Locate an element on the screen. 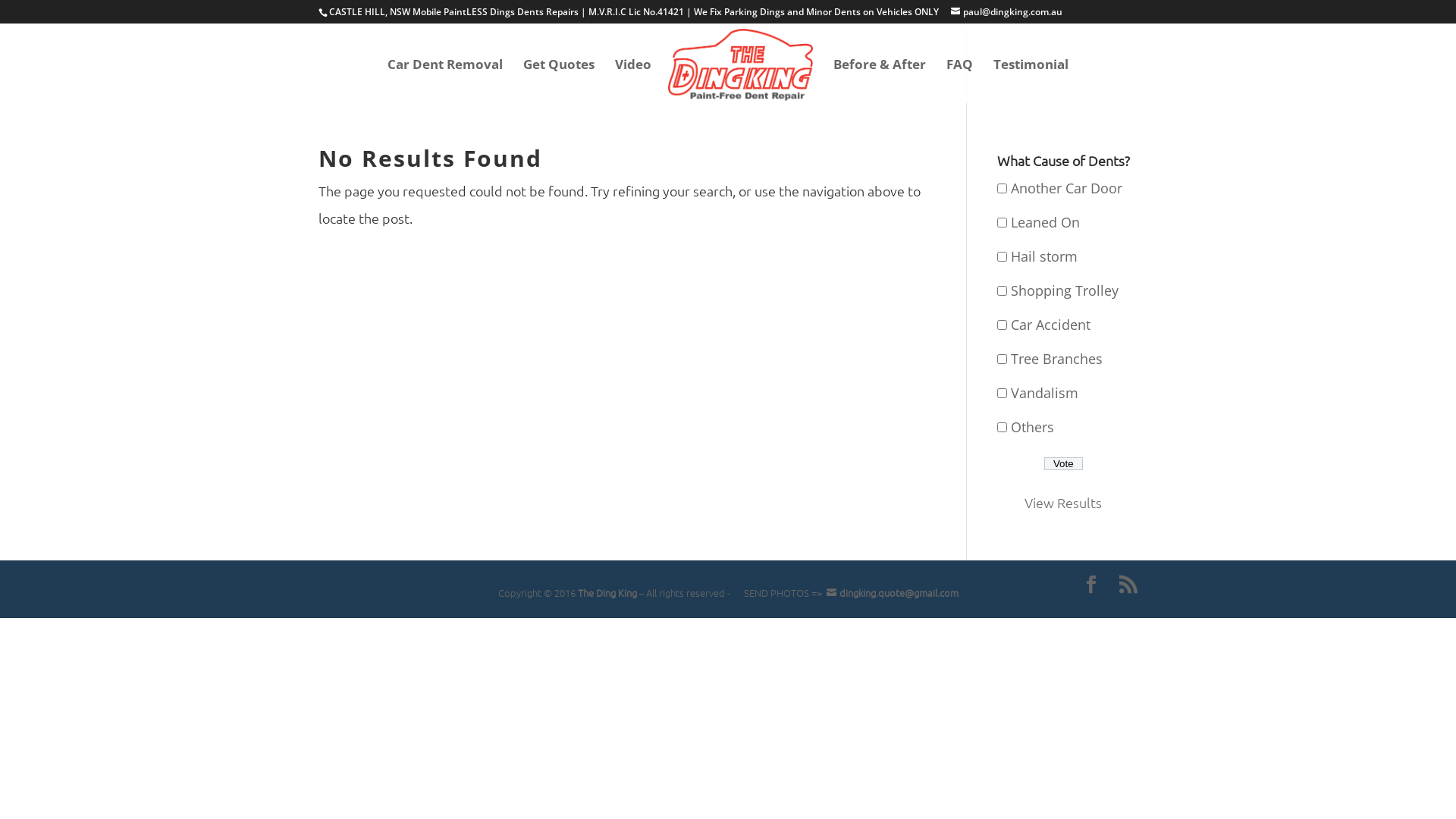  'paul@dingking.com.au' is located at coordinates (1006, 11).